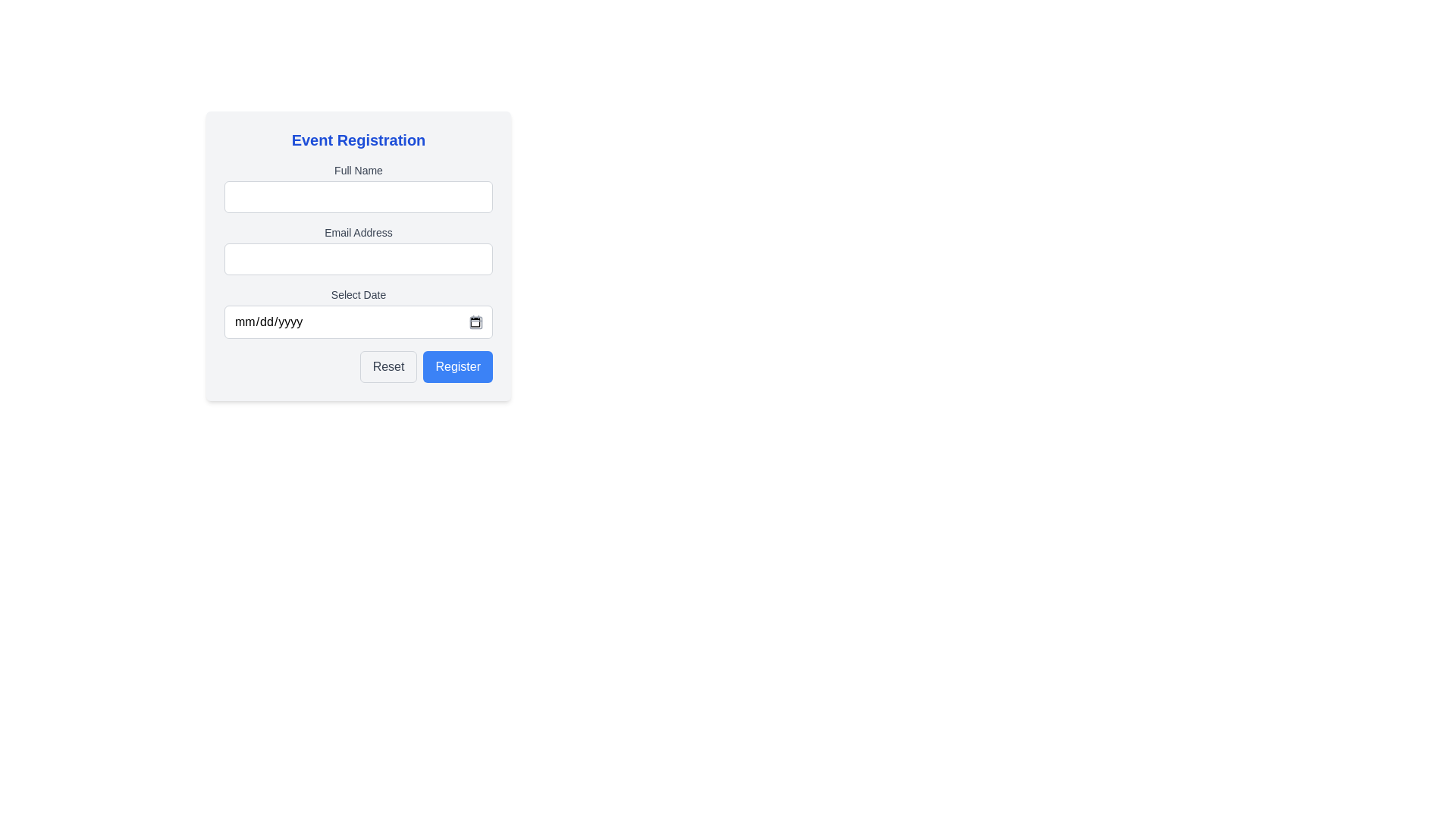 This screenshot has width=1456, height=819. What do you see at coordinates (388, 366) in the screenshot?
I see `the 'Reset' button, which is a rectangular button with a light gray border and a white background` at bounding box center [388, 366].